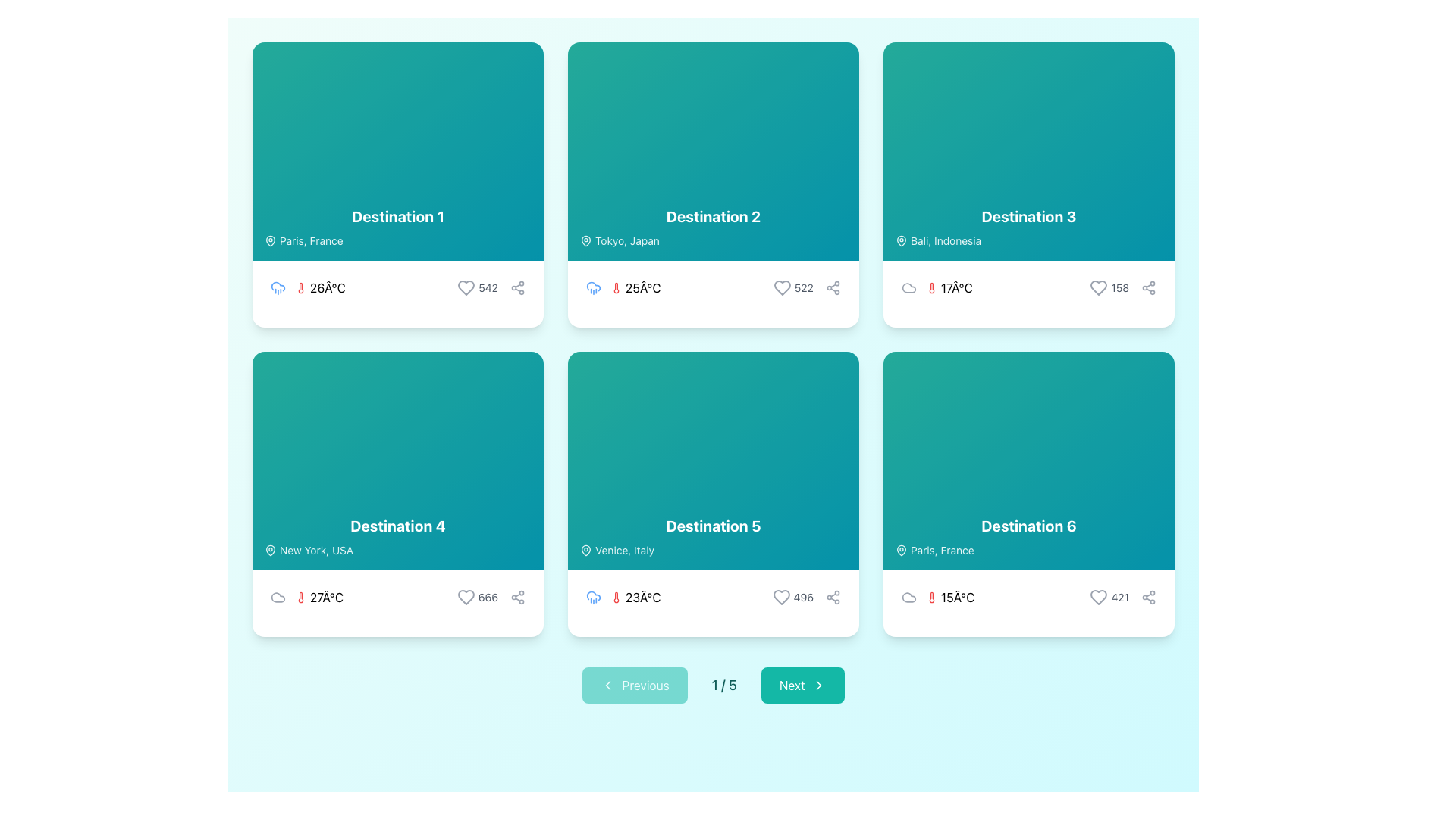 The width and height of the screenshot is (1456, 819). I want to click on the bold, white text element that says 'Destination 1', located in the upper-left corner of a grid layout, so click(397, 216).